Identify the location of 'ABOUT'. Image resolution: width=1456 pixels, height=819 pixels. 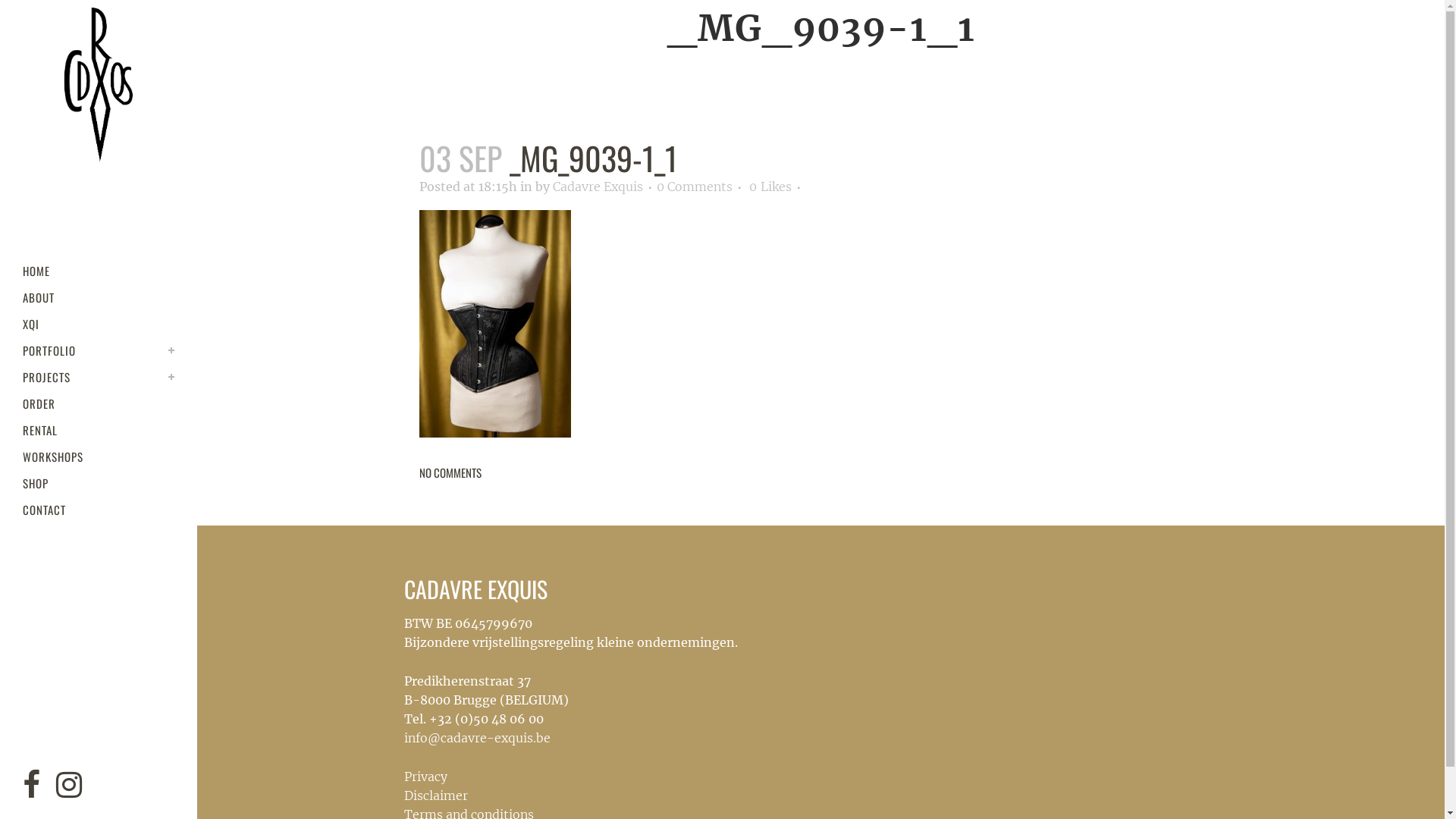
(22, 297).